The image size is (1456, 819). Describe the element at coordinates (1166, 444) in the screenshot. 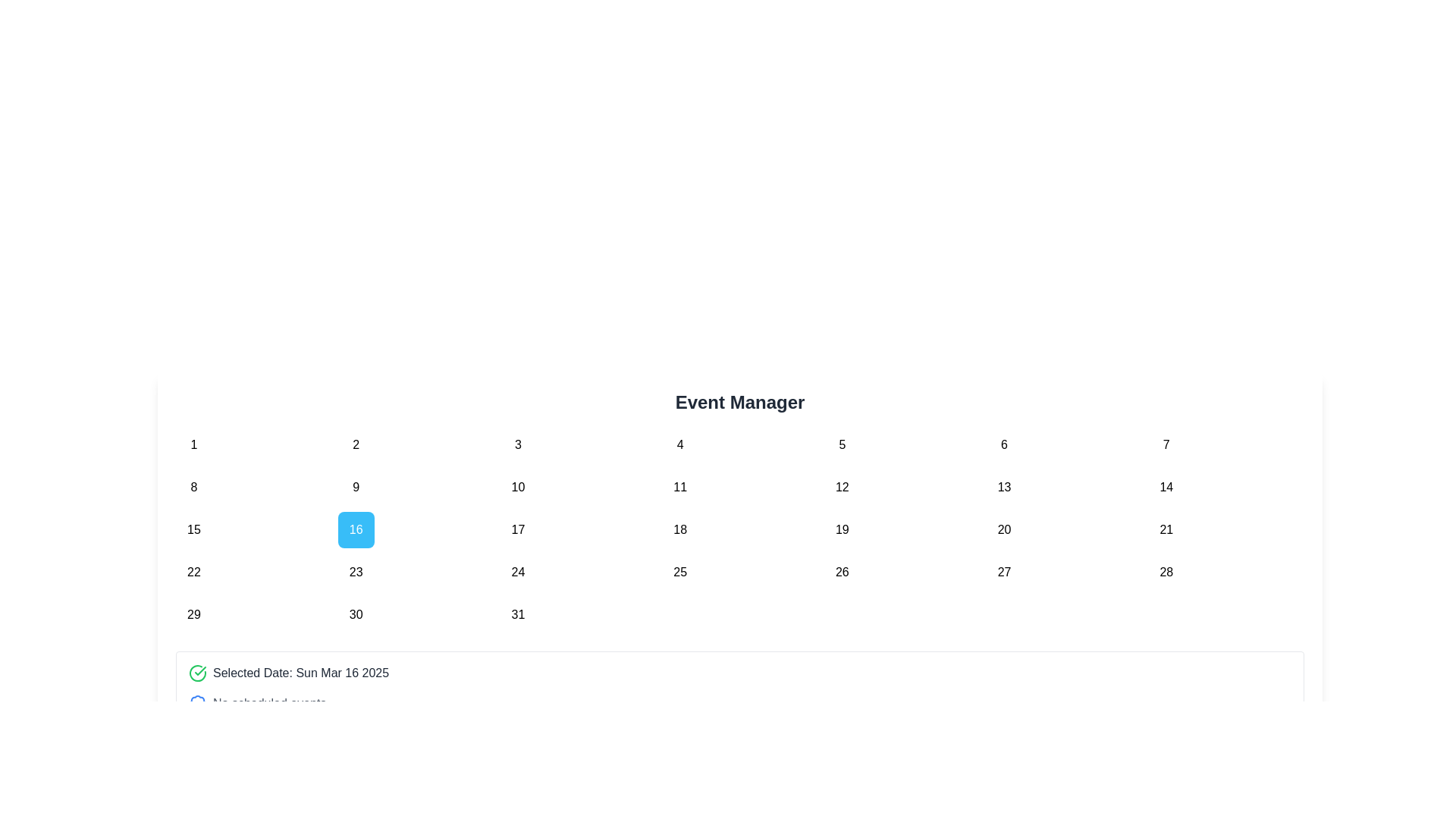

I see `the interactive button representing the numeral '7' located in the upper-right corner of the grid layout` at that location.